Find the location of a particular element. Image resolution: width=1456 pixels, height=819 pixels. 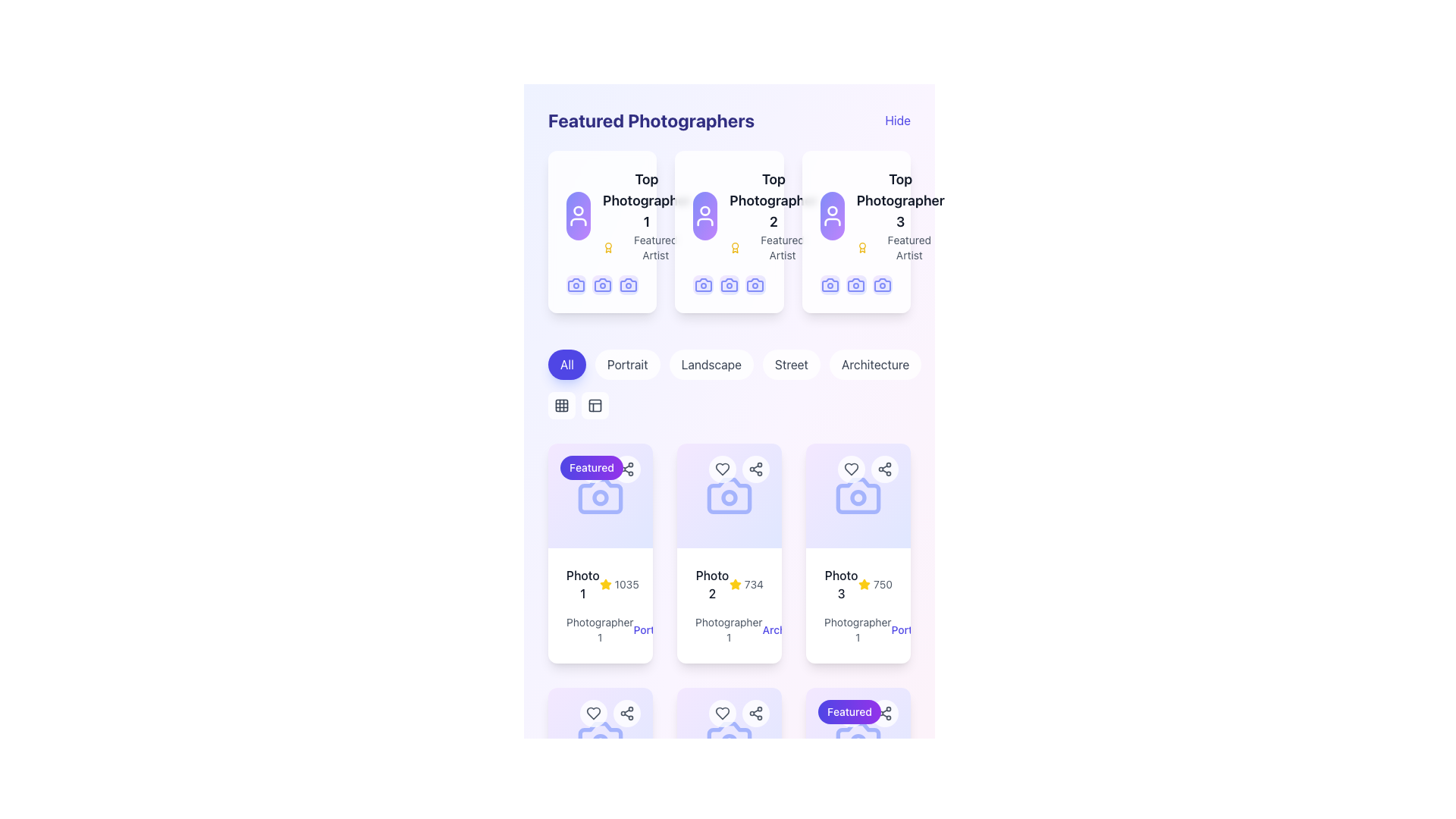

the camera icon subcomponent which visually indicates photography content, located centrally in the third column of the bottom row of the grid layout is located at coordinates (729, 739).